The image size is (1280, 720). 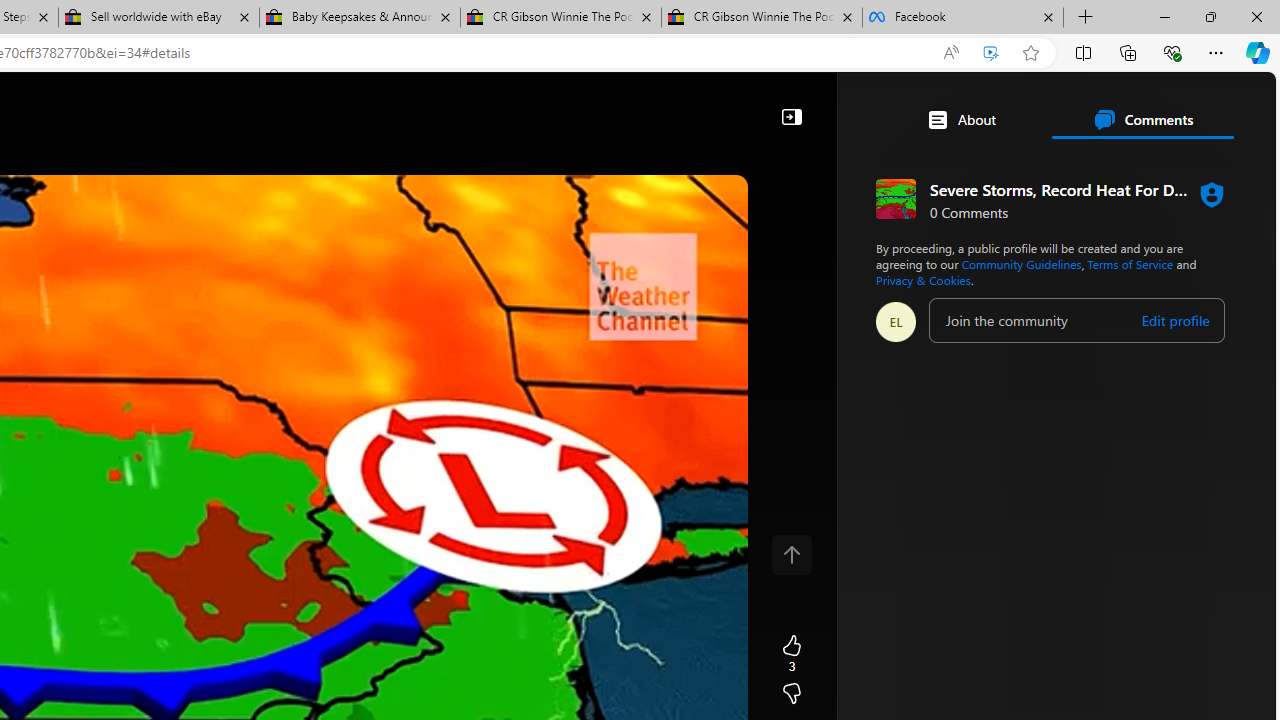 What do you see at coordinates (895, 320) in the screenshot?
I see `'Profile Picture'` at bounding box center [895, 320].